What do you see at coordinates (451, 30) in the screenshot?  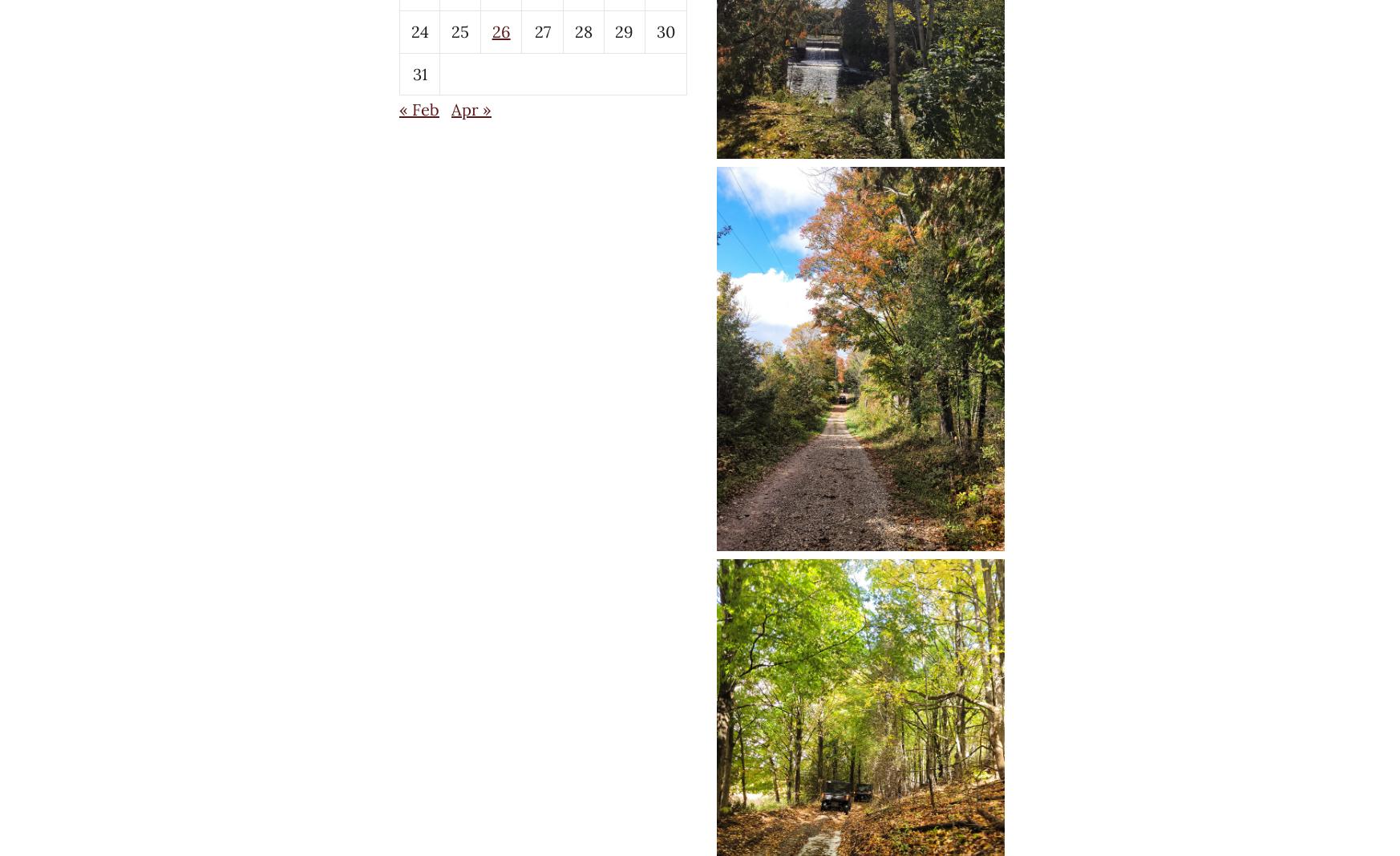 I see `'25'` at bounding box center [451, 30].